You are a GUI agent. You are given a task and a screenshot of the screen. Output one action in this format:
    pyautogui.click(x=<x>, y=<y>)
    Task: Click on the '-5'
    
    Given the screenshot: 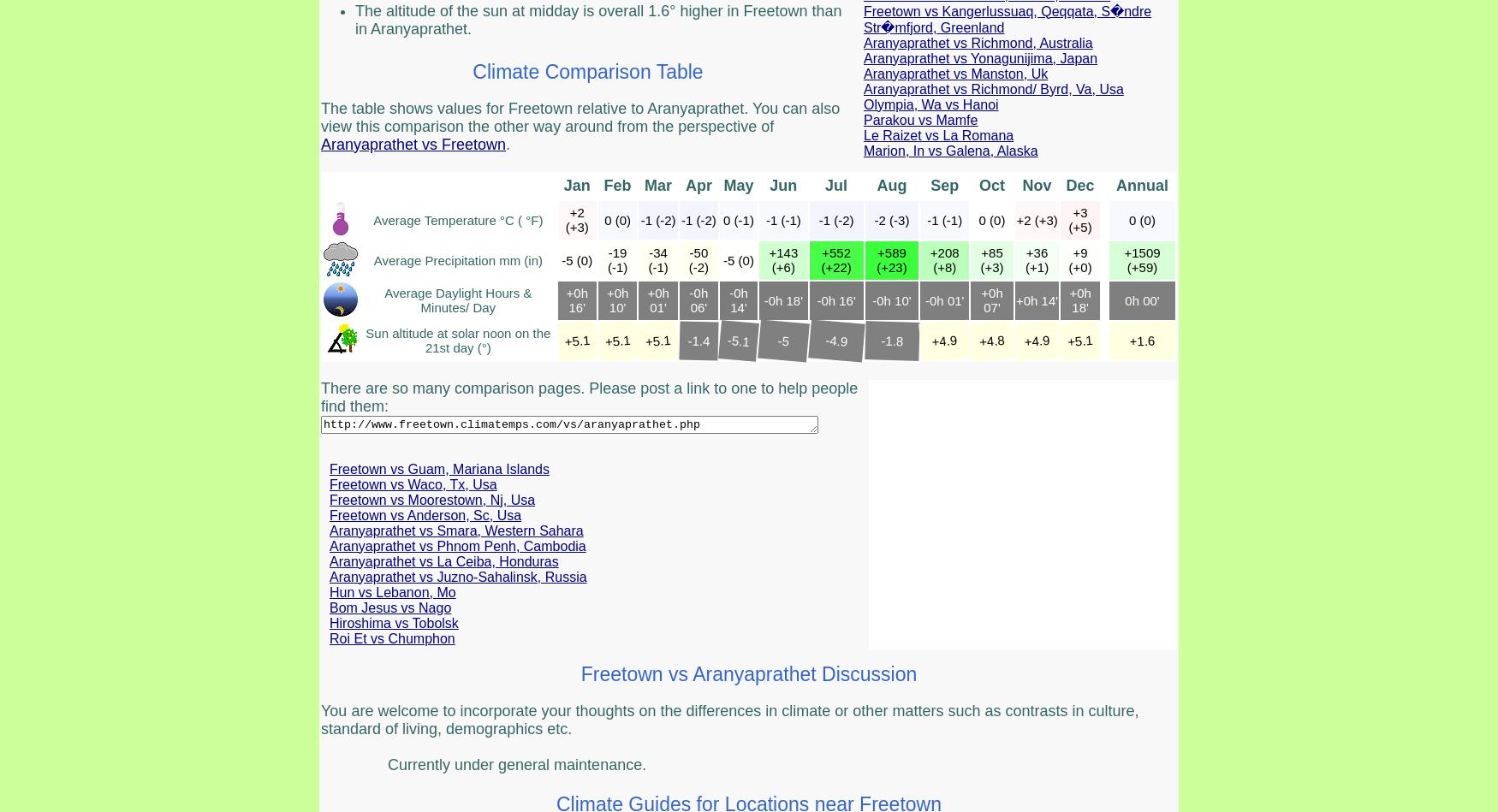 What is the action you would take?
    pyautogui.click(x=782, y=341)
    